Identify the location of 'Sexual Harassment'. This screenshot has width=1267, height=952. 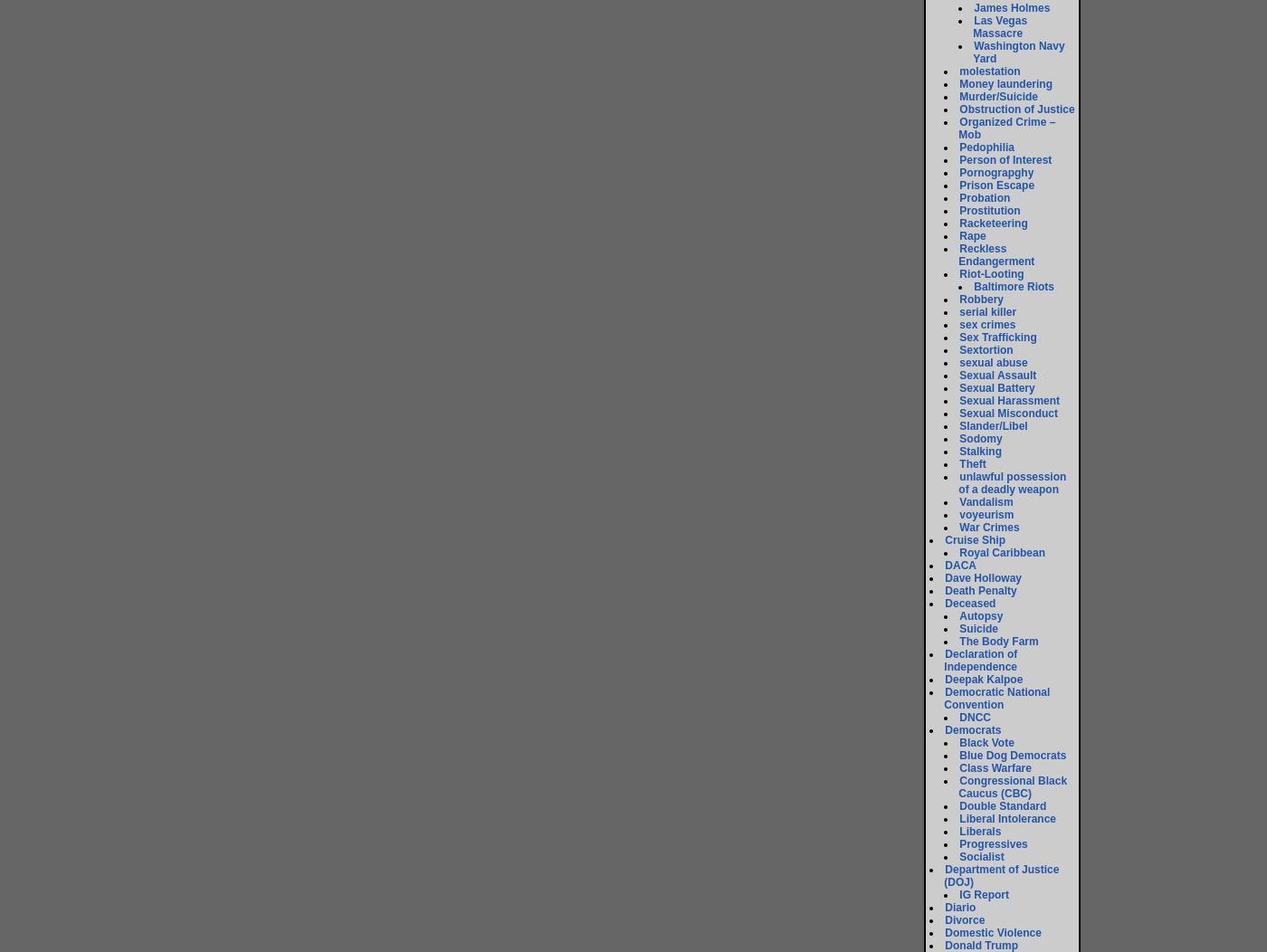
(958, 400).